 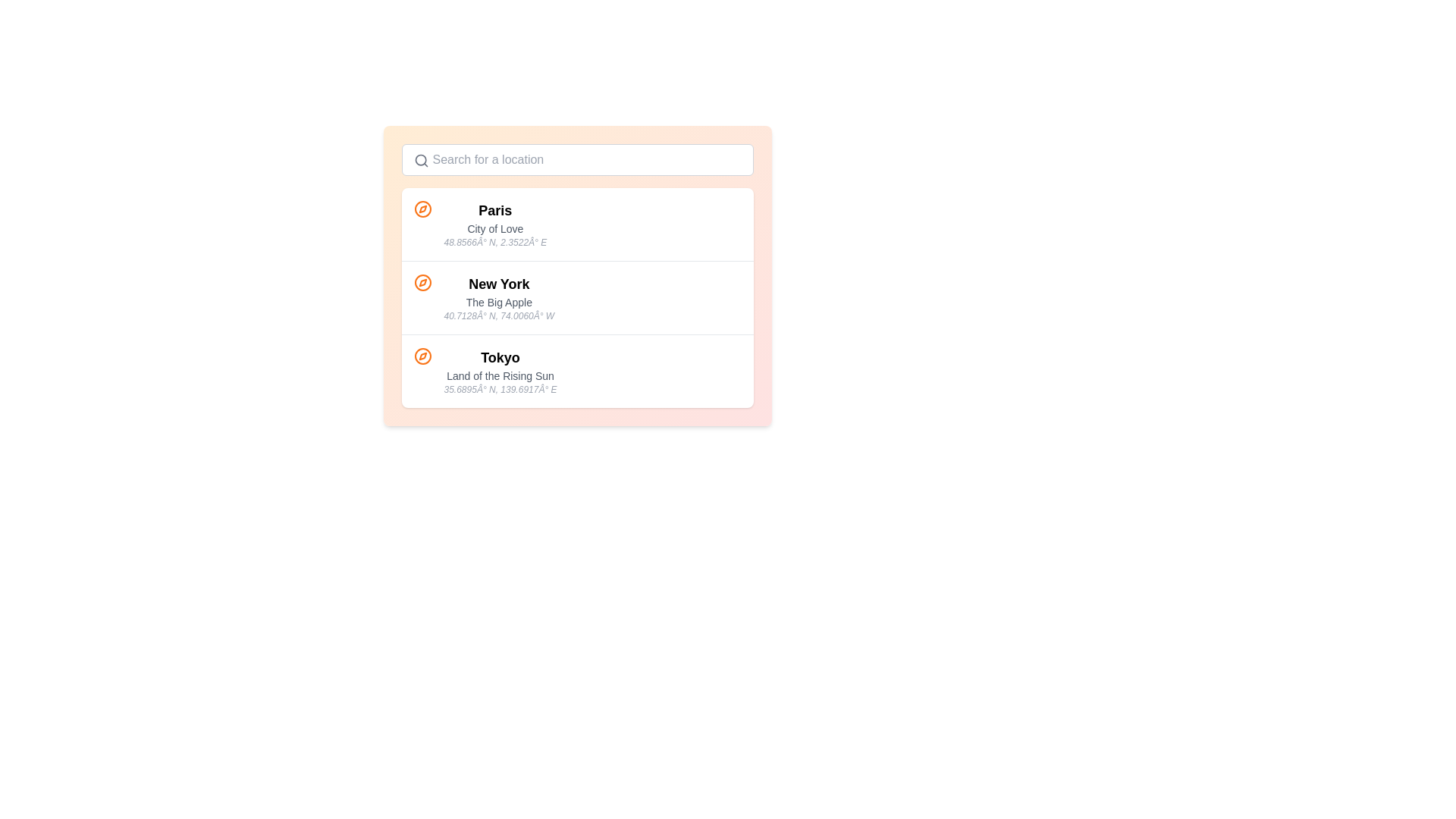 I want to click on the text display module that shows 'New York', which includes the bold line 'New York', the smaller gray line 'The Big Apple', and the very small italicized line '40.7128° N, 74.0060° W', so click(x=499, y=298).